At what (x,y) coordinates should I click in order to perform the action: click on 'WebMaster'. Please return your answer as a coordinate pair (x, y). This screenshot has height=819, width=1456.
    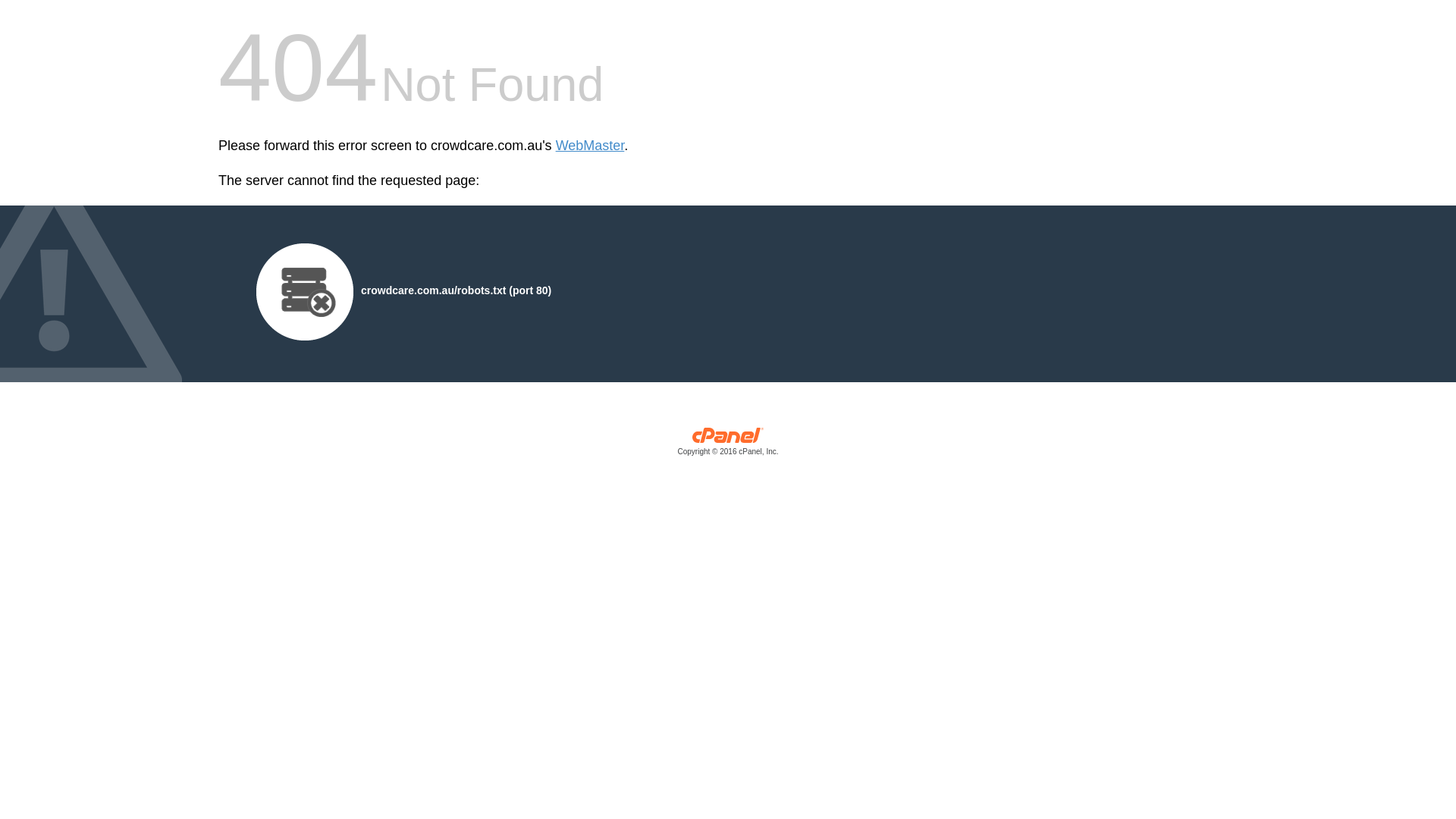
    Looking at the image, I should click on (589, 146).